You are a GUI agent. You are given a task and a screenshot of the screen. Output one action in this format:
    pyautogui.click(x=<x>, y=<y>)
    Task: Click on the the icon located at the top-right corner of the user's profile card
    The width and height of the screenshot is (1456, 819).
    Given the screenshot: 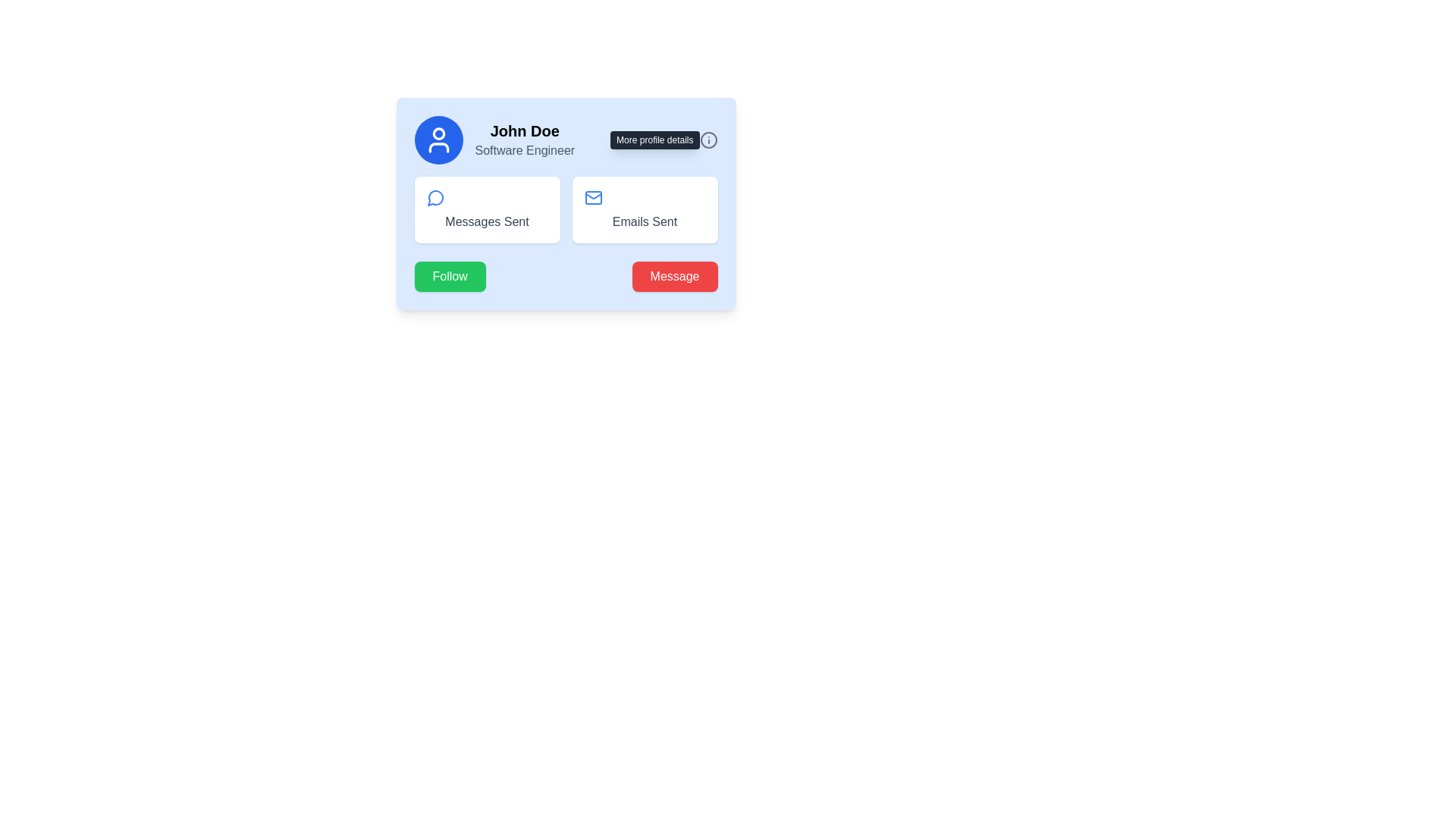 What is the action you would take?
    pyautogui.click(x=708, y=140)
    